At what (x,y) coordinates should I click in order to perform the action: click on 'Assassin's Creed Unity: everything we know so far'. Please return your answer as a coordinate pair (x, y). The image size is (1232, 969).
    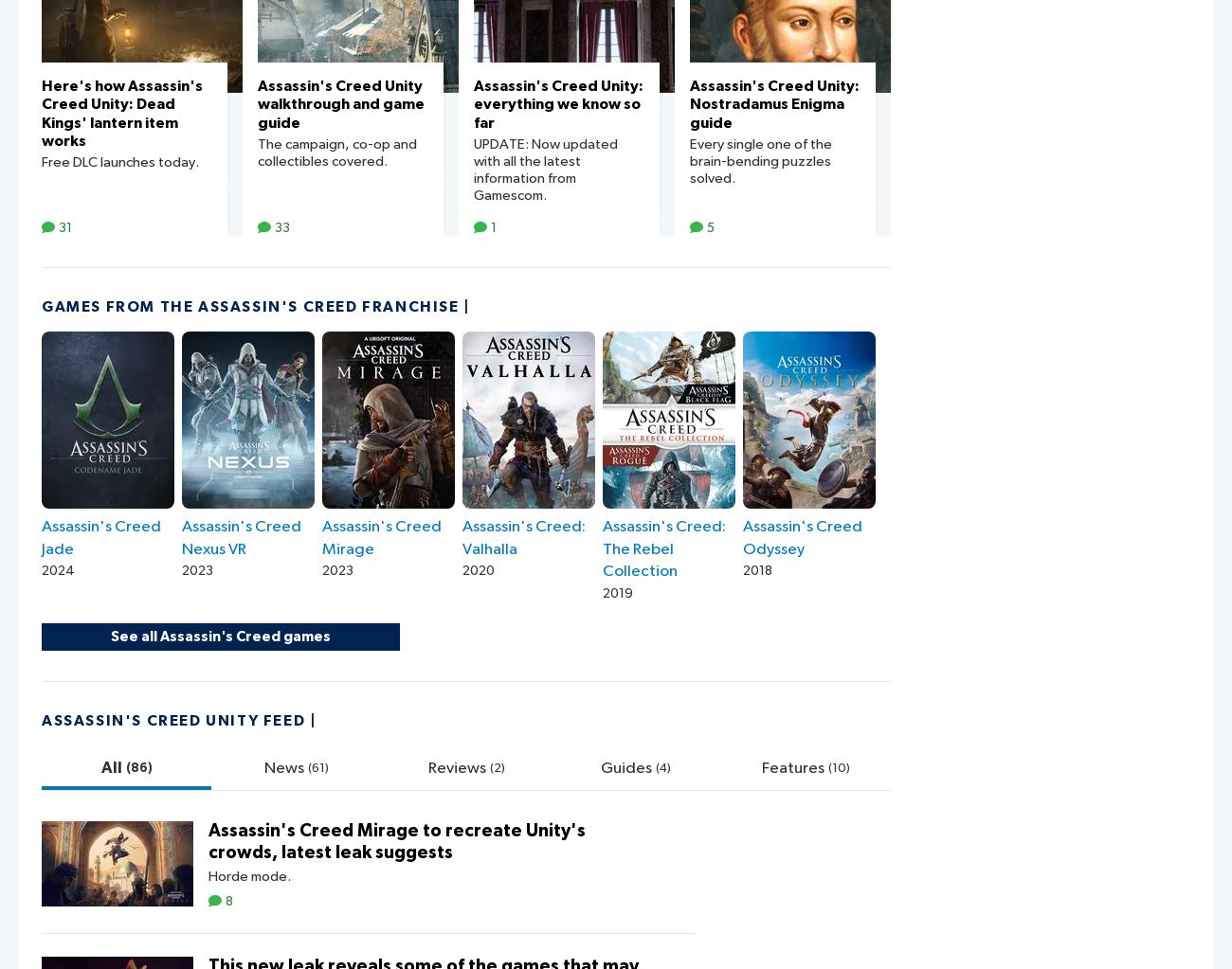
    Looking at the image, I should click on (473, 103).